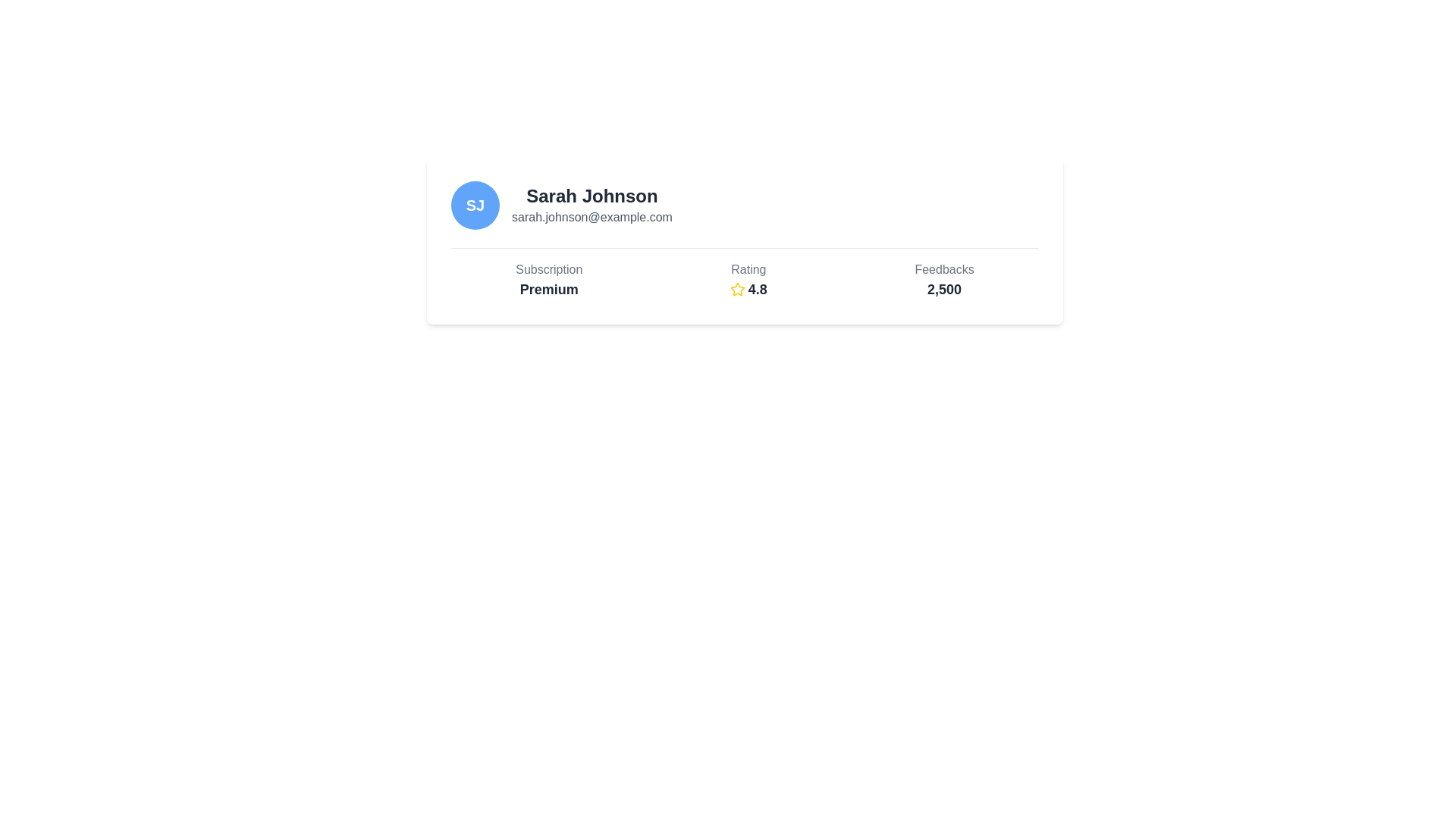 The image size is (1456, 819). I want to click on the informational display group that summarizes user-related metrics such as subscription status, rating, and feedback count, located in the lower section of a white card, so click(745, 274).